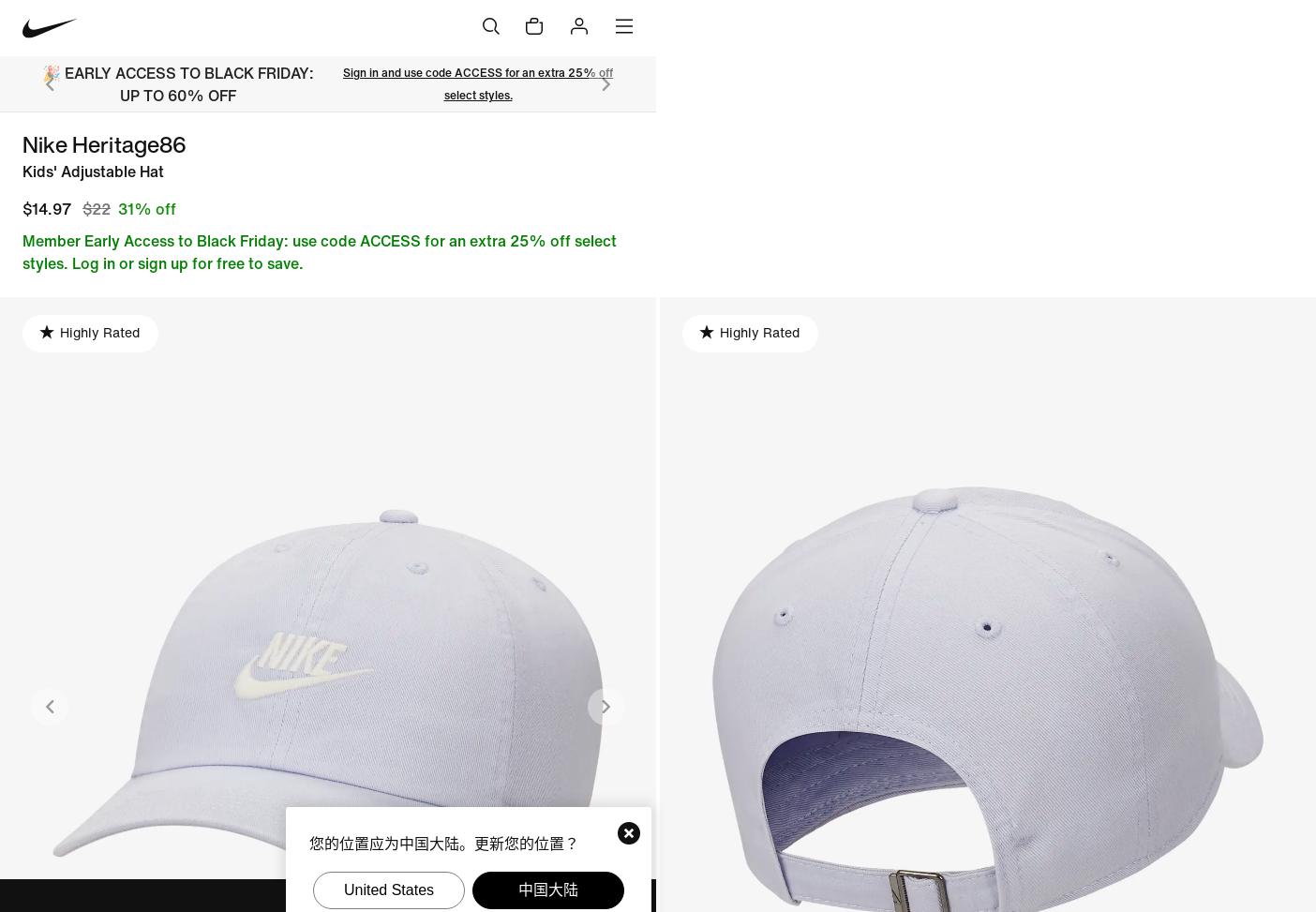 This screenshot has height=912, width=1316. What do you see at coordinates (531, 211) in the screenshot?
I see `'Air Max'` at bounding box center [531, 211].